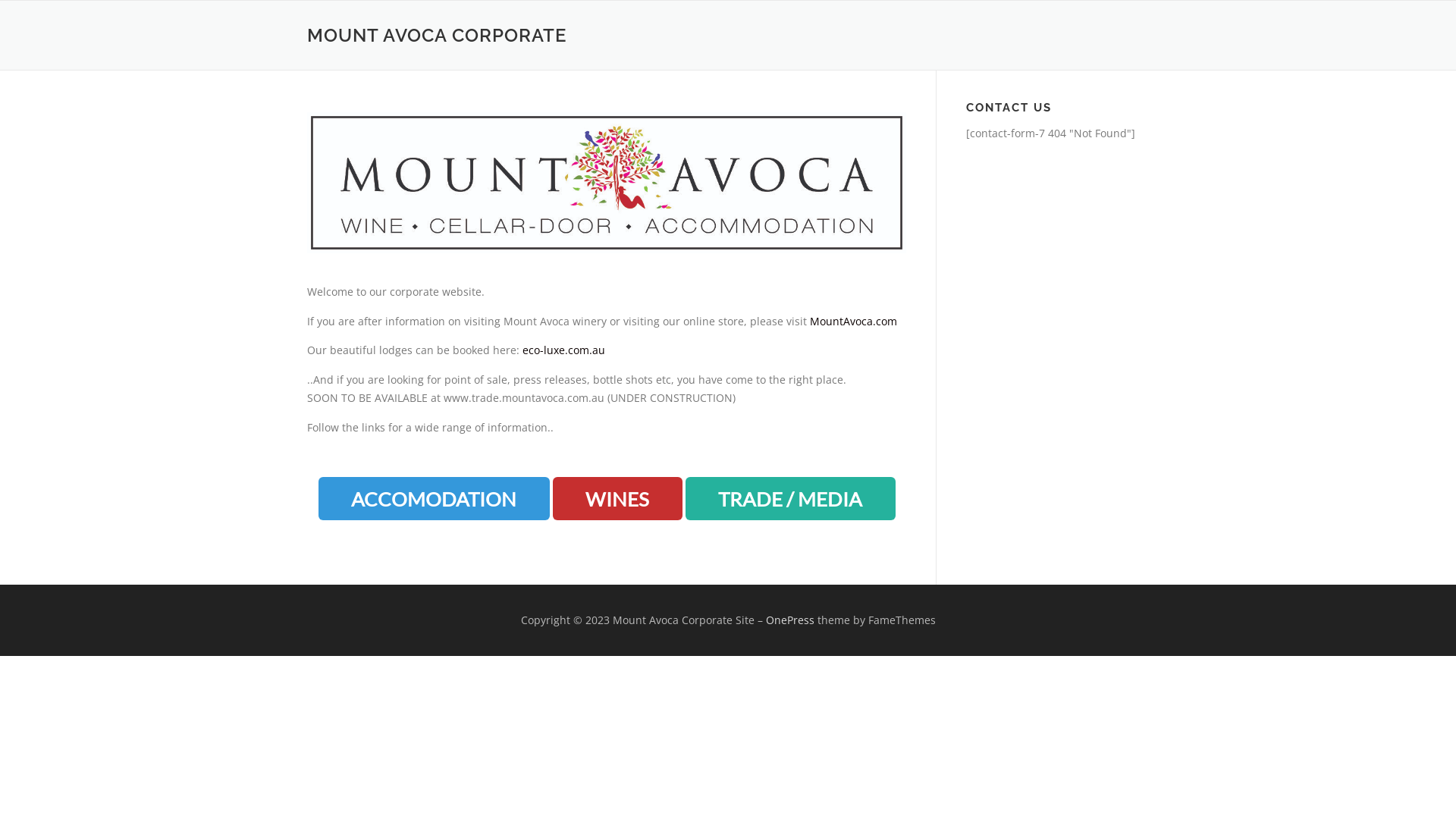 The image size is (1456, 819). Describe the element at coordinates (563, 350) in the screenshot. I see `'eco-luxe.com.au'` at that location.